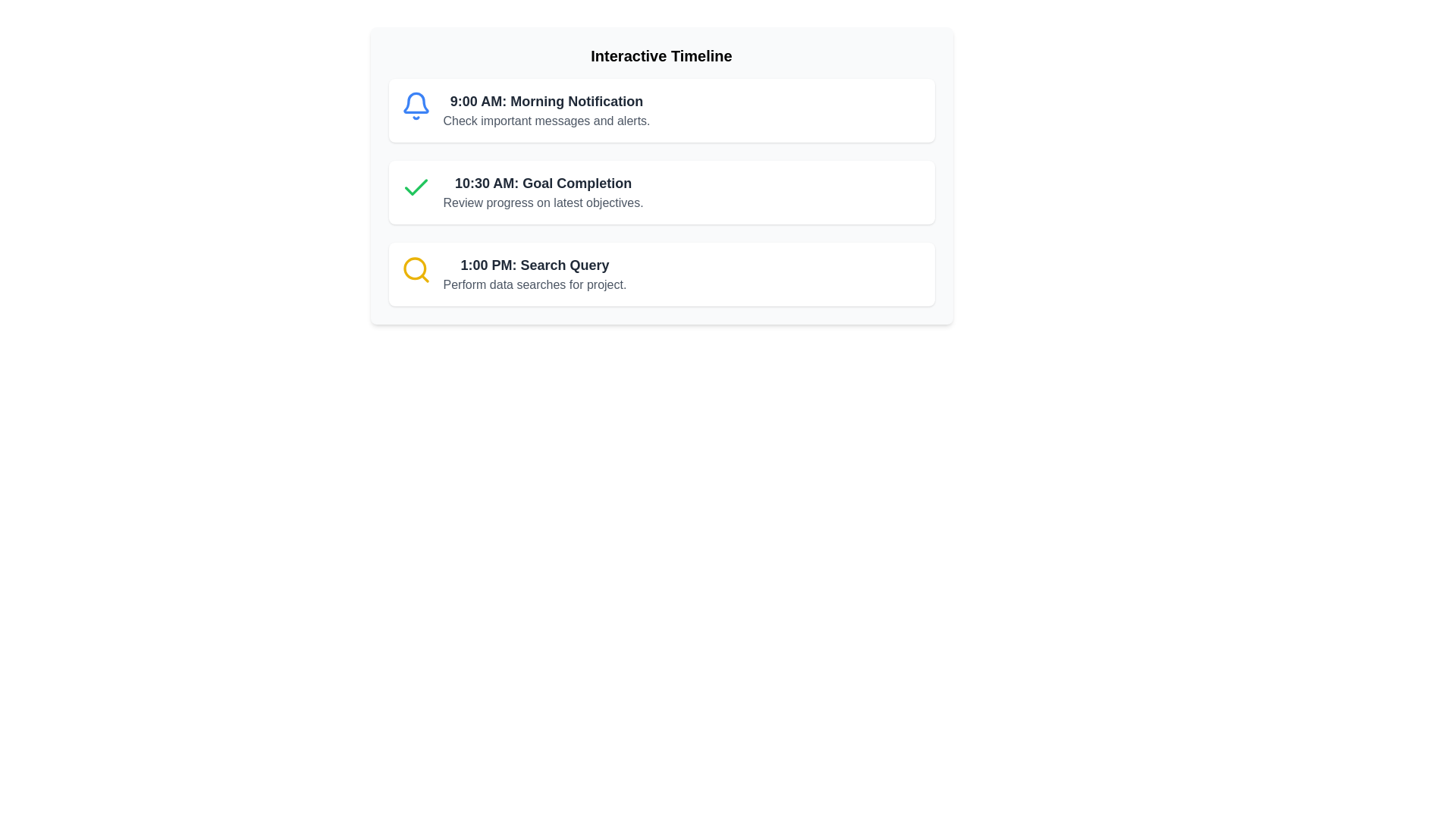  I want to click on an item in the List of Items UI Component within the 'Interactive Timeline', so click(661, 192).